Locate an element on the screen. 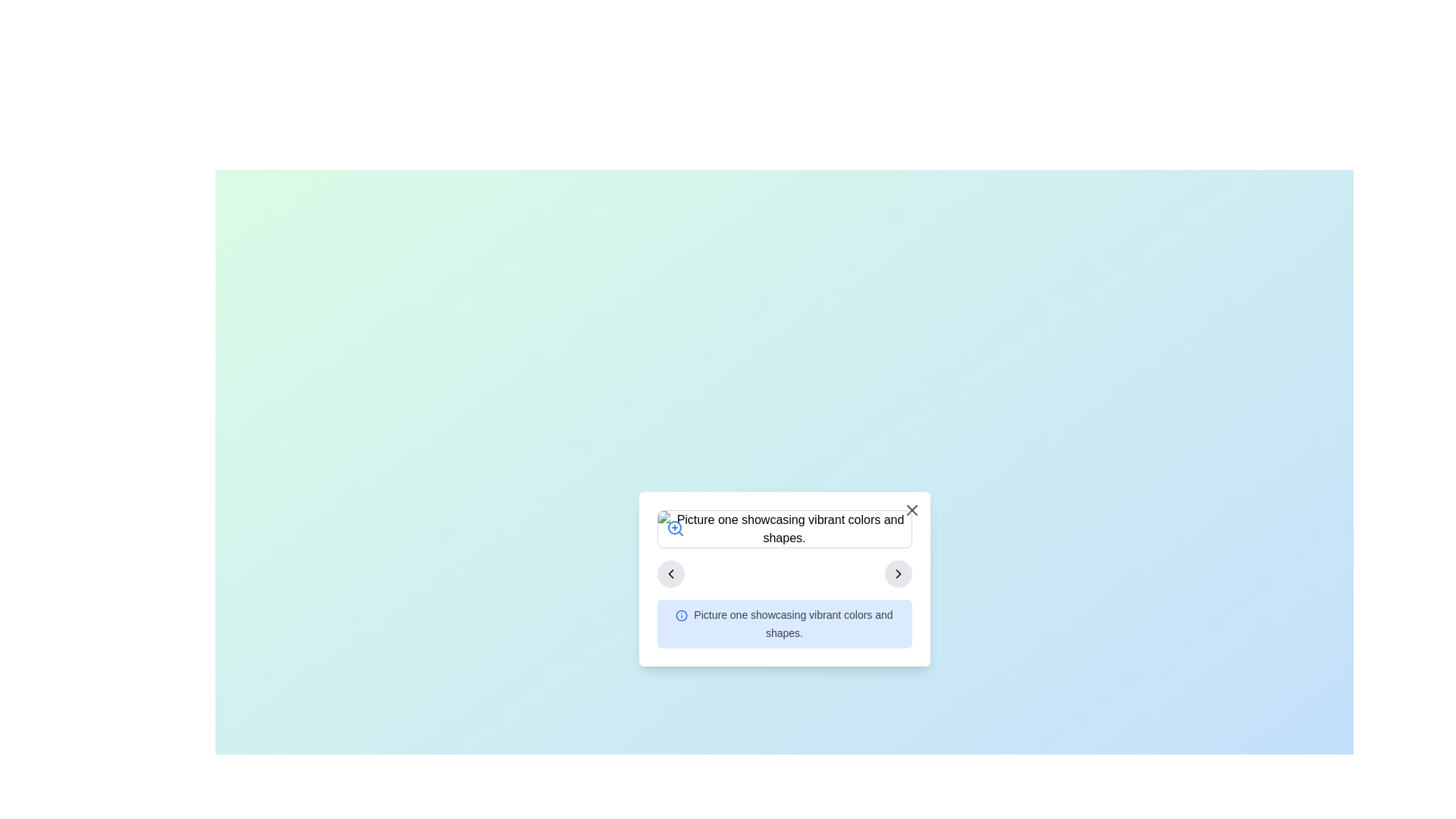  the Decorative SVG shape component located near the upper-left corner of the modal dialog box, part of an icon with smaller paths is located at coordinates (681, 615).